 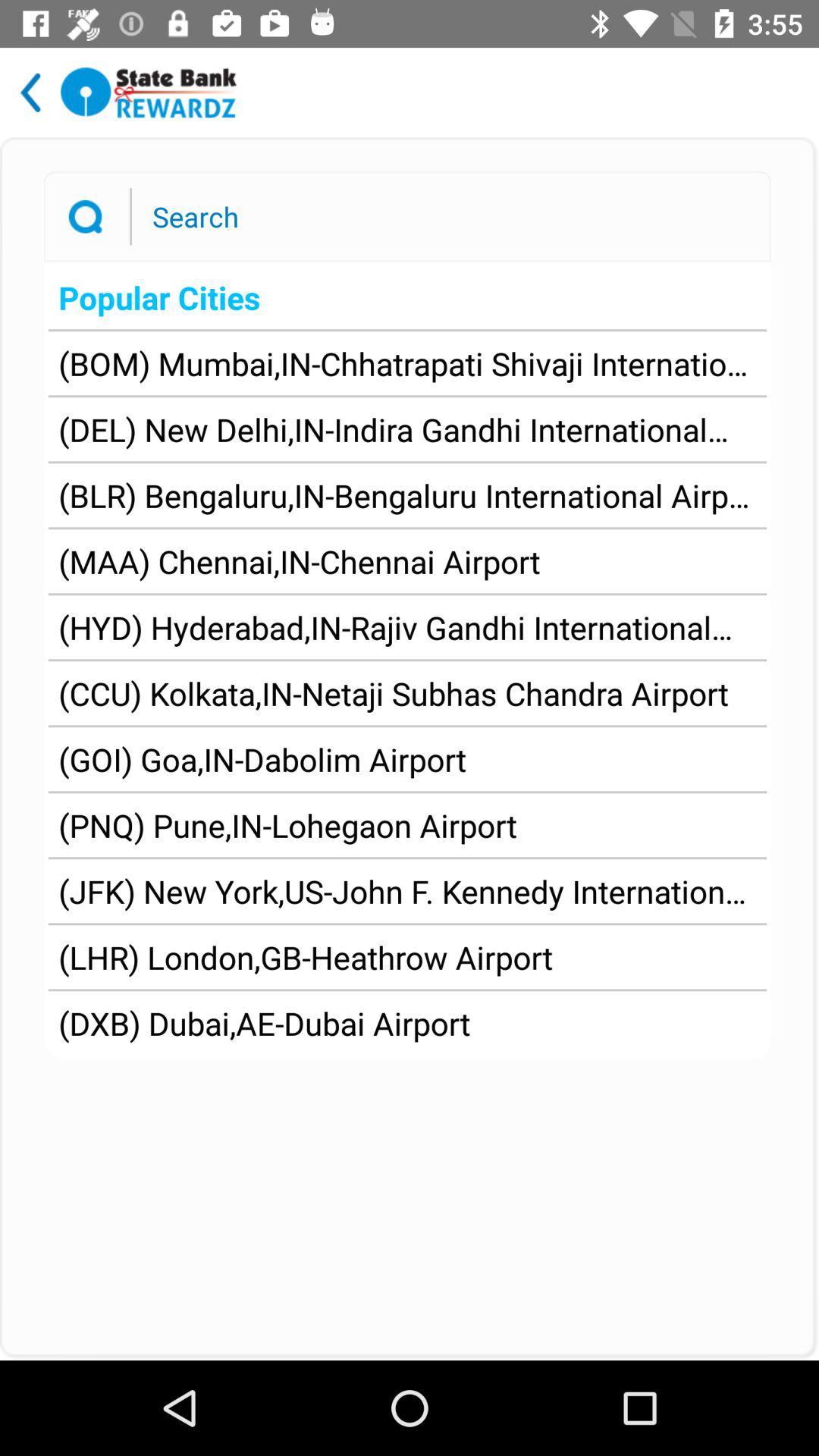 I want to click on pnq pune in icon, so click(x=287, y=824).